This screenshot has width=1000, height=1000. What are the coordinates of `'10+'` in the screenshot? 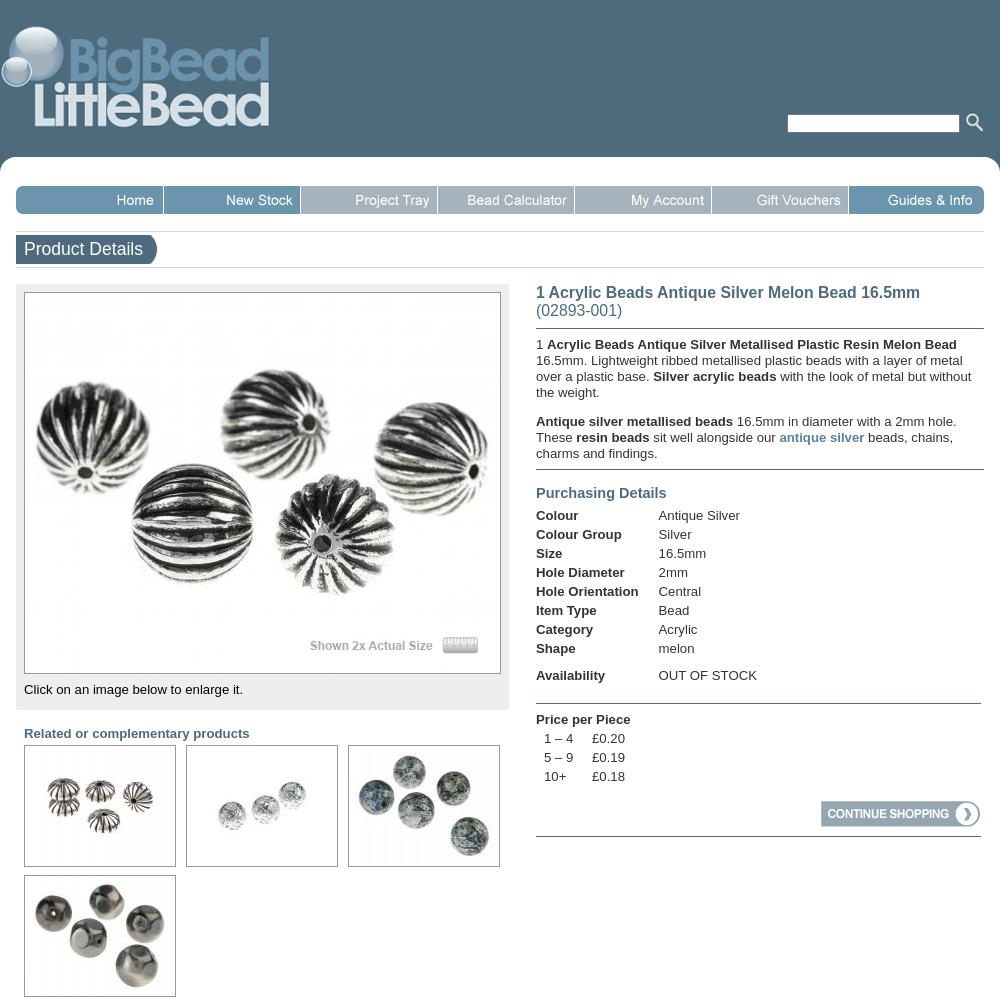 It's located at (544, 776).